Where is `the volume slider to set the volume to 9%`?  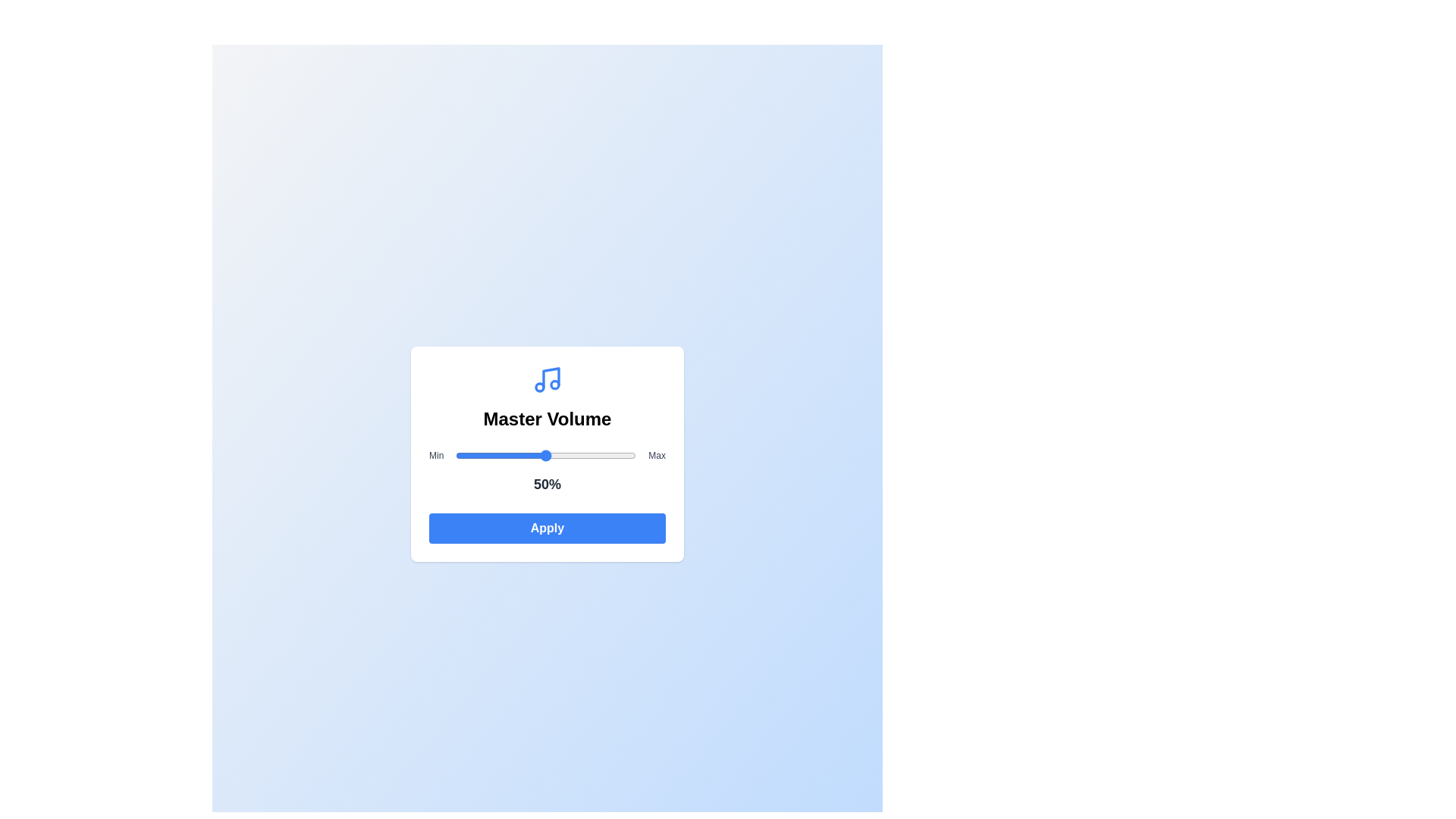 the volume slider to set the volume to 9% is located at coordinates (471, 455).